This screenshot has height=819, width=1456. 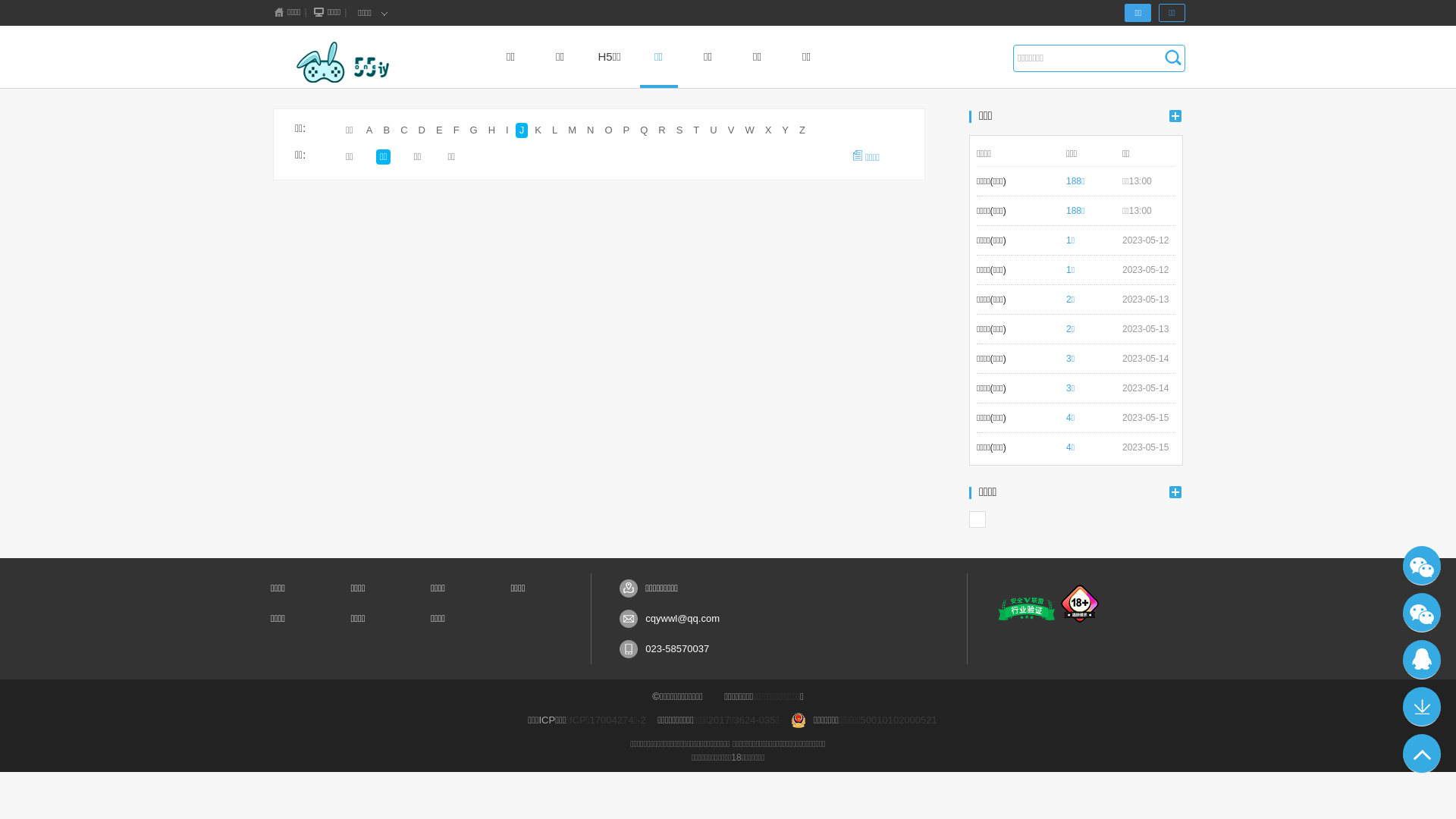 I want to click on 'H', so click(x=483, y=130).